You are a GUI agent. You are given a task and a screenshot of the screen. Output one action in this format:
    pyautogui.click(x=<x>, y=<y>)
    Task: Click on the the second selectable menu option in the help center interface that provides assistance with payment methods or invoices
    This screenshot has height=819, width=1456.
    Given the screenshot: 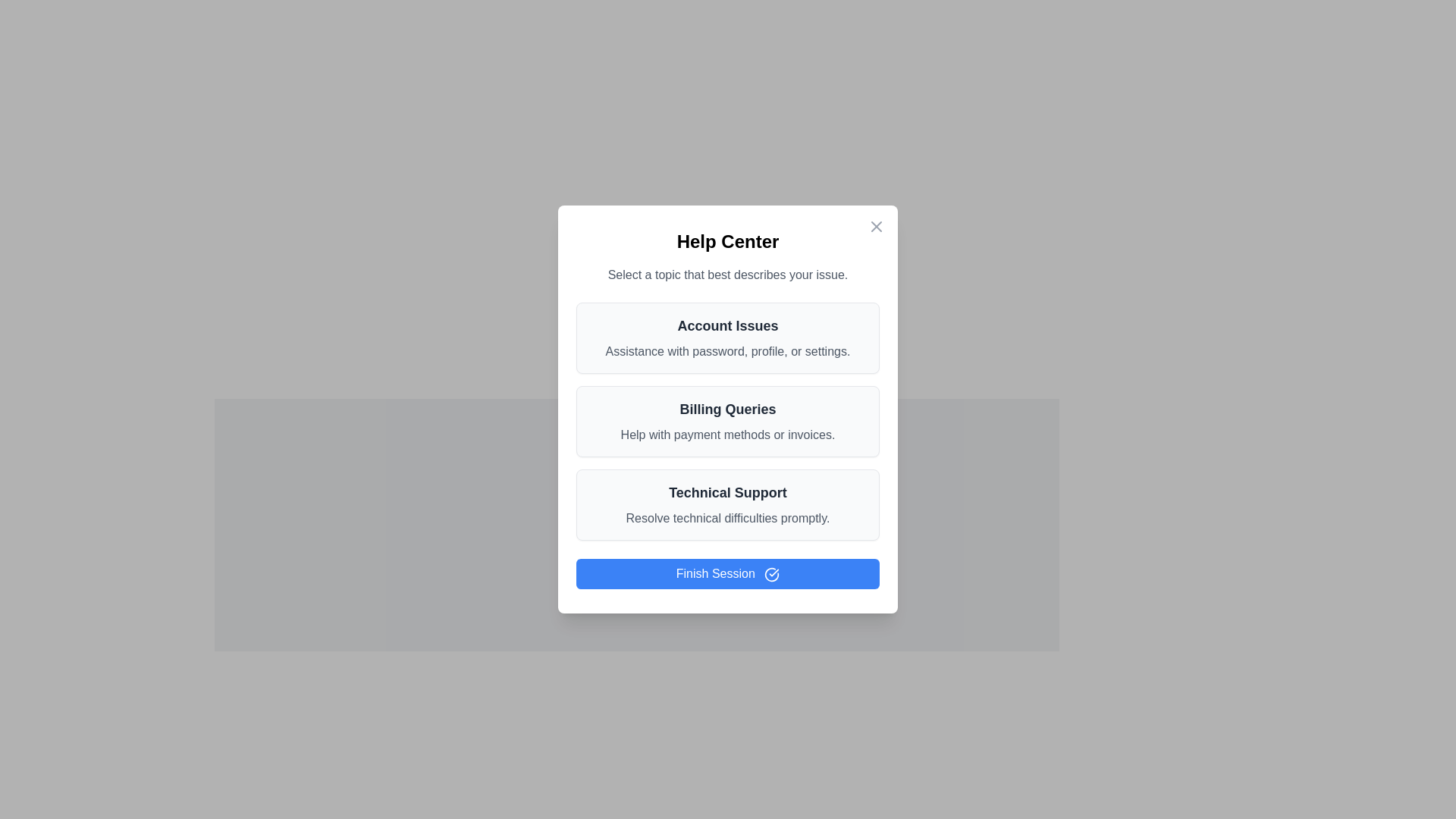 What is the action you would take?
    pyautogui.click(x=728, y=421)
    